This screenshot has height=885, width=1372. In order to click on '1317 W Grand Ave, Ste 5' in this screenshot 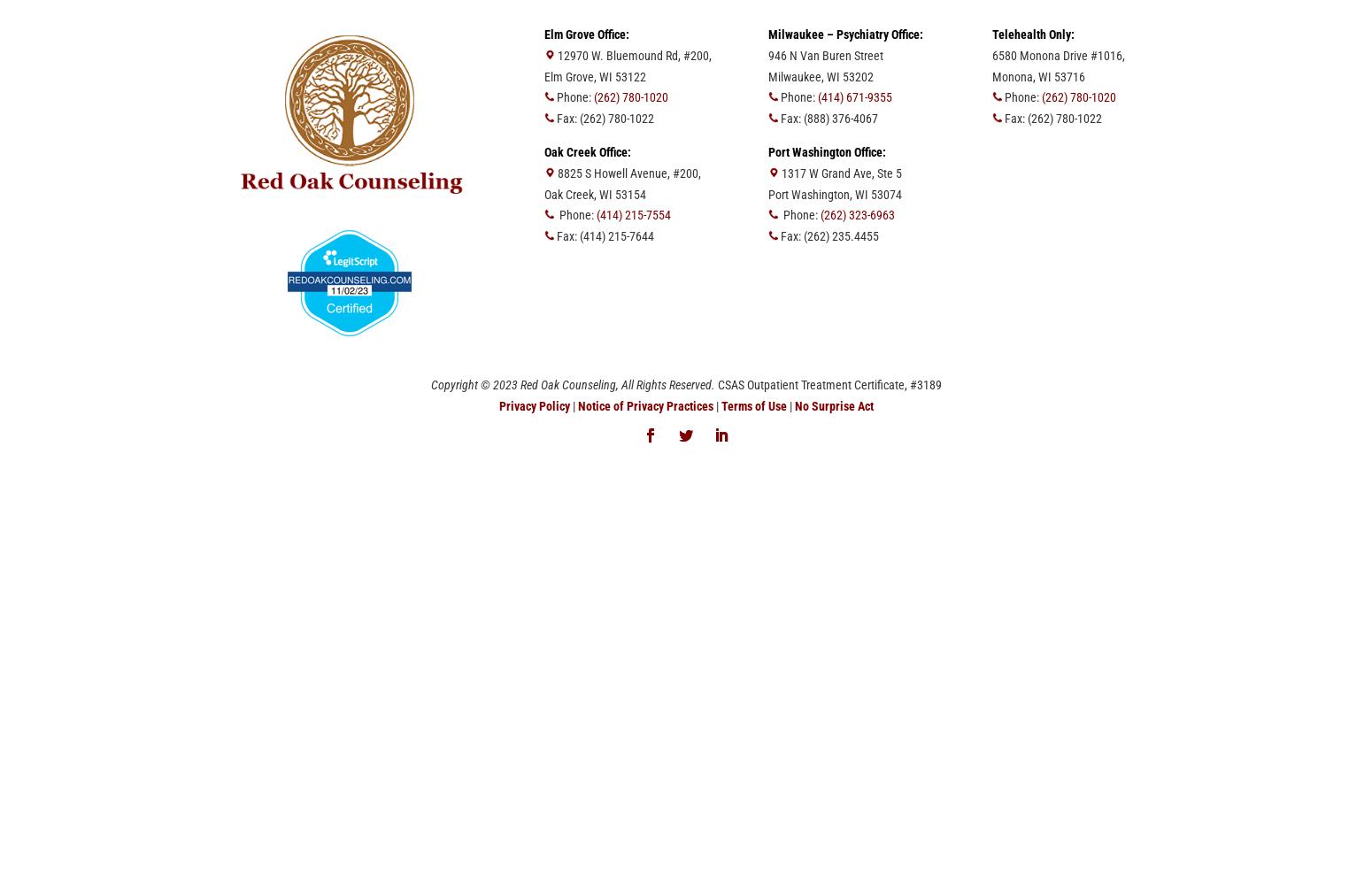, I will do `click(838, 172)`.